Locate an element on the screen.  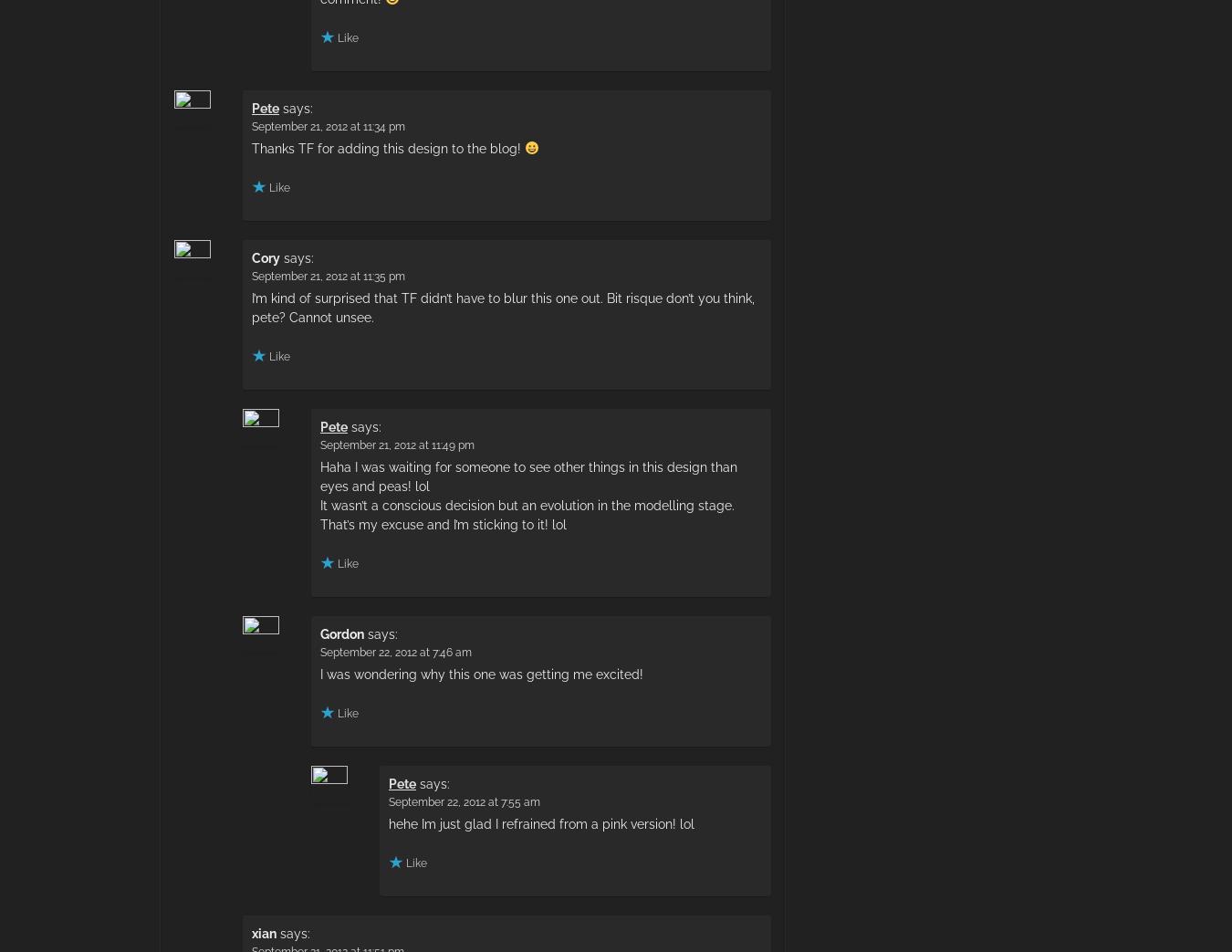
'September 22, 2012 at 7:46 am' is located at coordinates (320, 652).